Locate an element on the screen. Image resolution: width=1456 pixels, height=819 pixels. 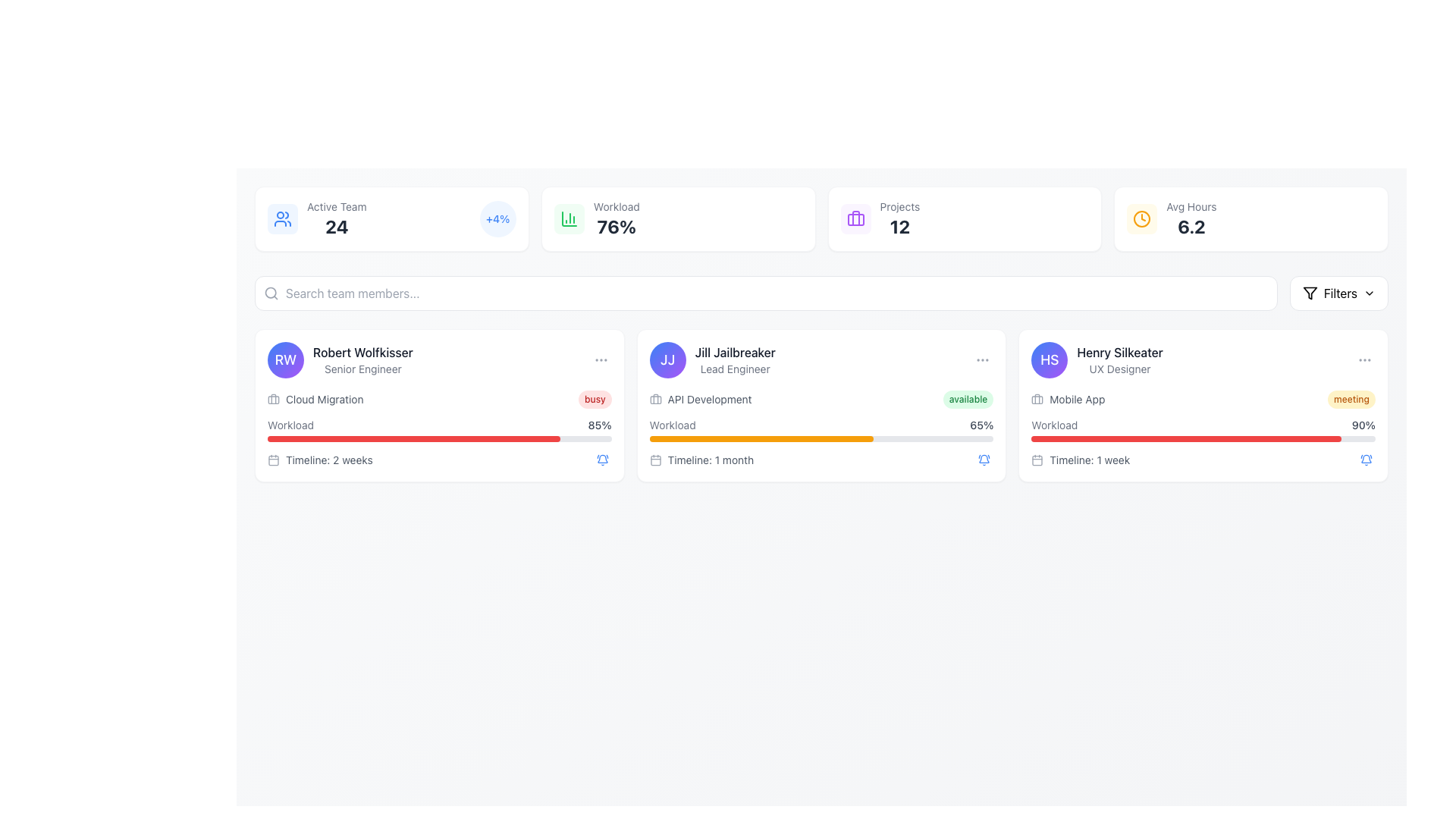
the name 'Jill Jailbreaker' in the Profile identifier section is located at coordinates (711, 359).